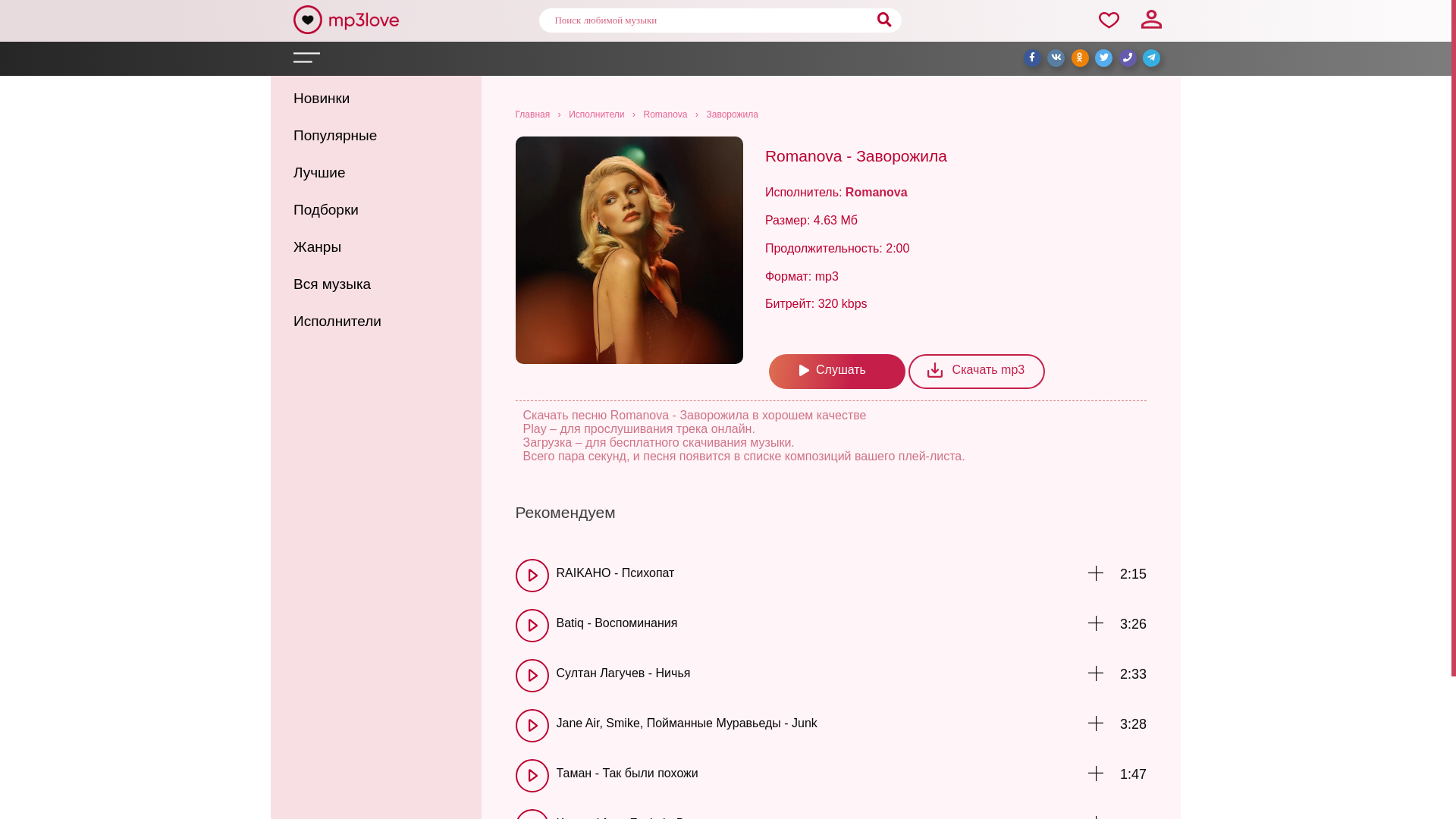  Describe the element at coordinates (665, 113) in the screenshot. I see `'Romanova'` at that location.